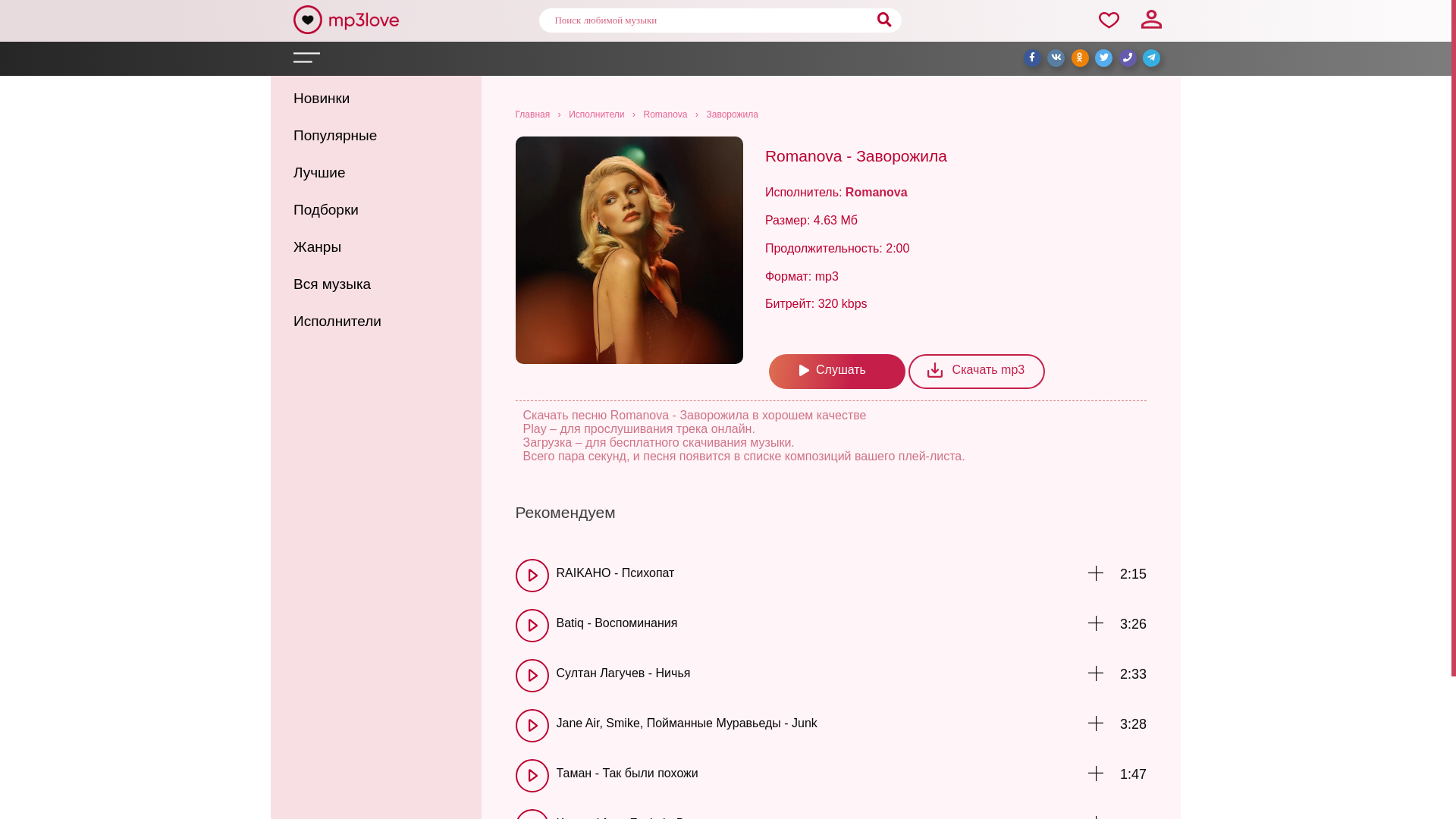  Describe the element at coordinates (665, 113) in the screenshot. I see `'Romanova'` at that location.